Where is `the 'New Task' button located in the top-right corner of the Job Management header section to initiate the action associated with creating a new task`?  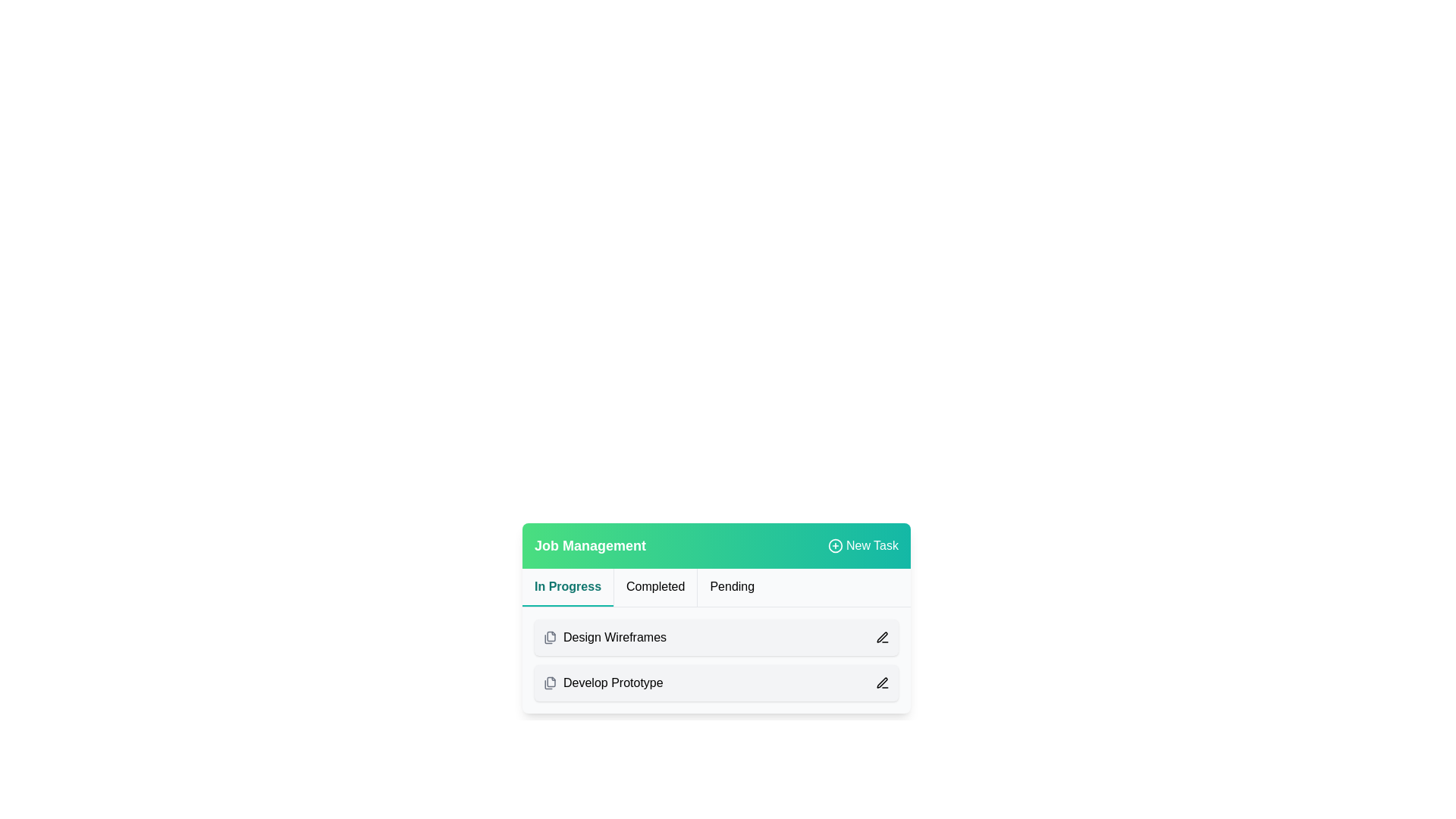
the 'New Task' button located in the top-right corner of the Job Management header section to initiate the action associated with creating a new task is located at coordinates (872, 546).